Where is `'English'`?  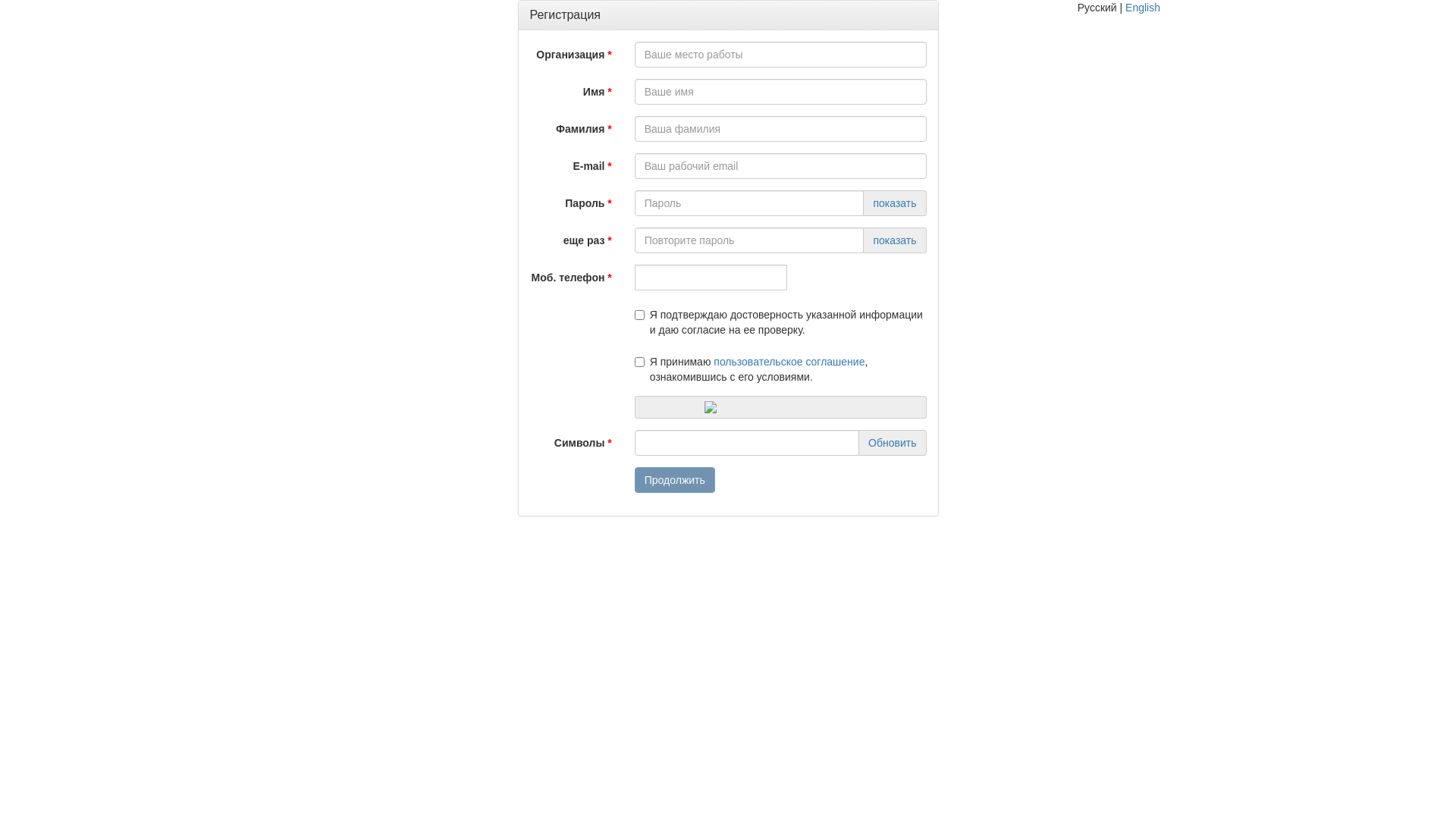 'English' is located at coordinates (1143, 8).